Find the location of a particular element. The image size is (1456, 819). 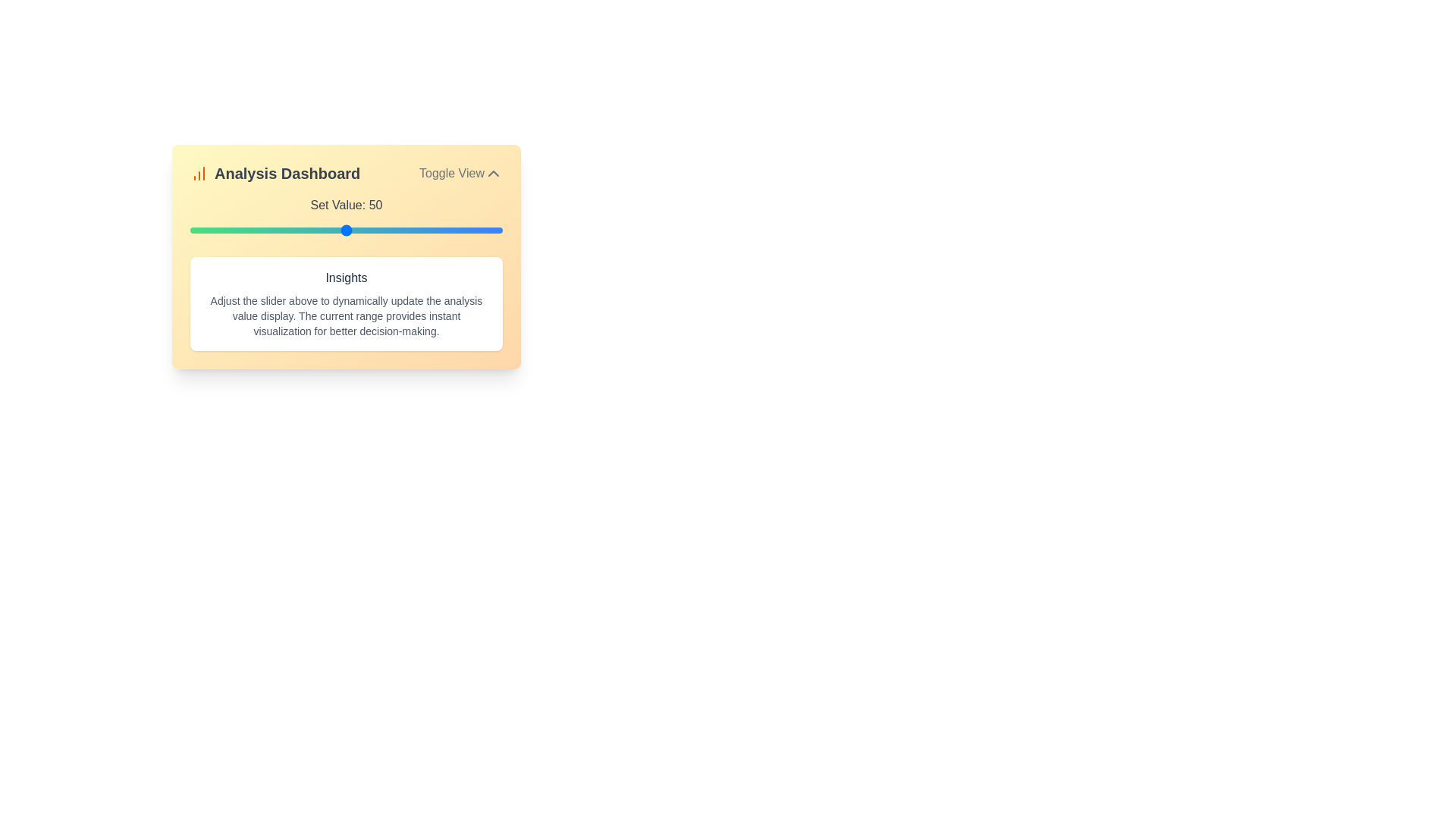

the slider to set the value to 25 is located at coordinates (268, 231).